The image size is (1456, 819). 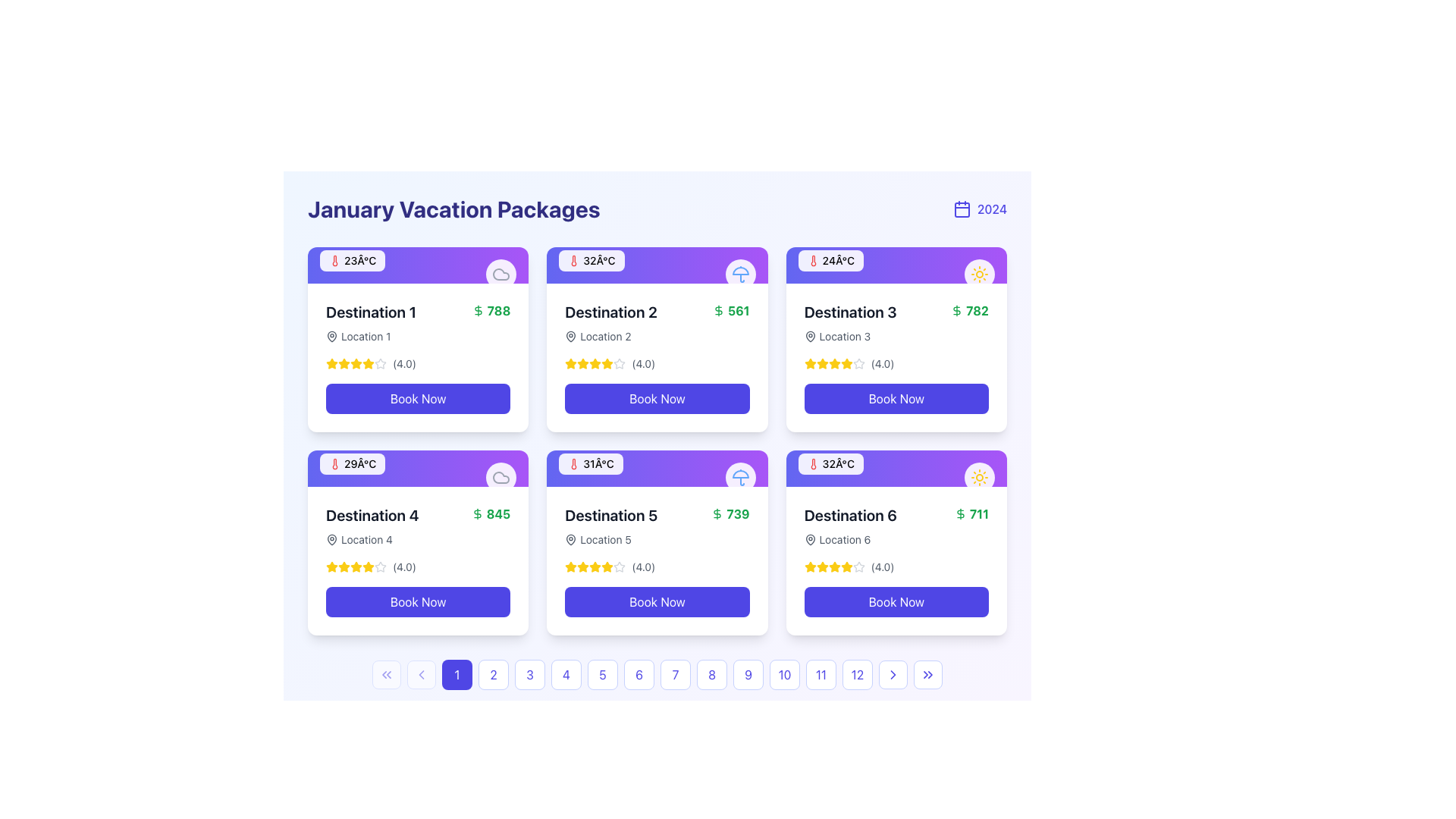 What do you see at coordinates (477, 309) in the screenshot?
I see `the green dollar sign icon located in the top-left corner of the text '788' in the price indicator section of 'Destination 1' card` at bounding box center [477, 309].